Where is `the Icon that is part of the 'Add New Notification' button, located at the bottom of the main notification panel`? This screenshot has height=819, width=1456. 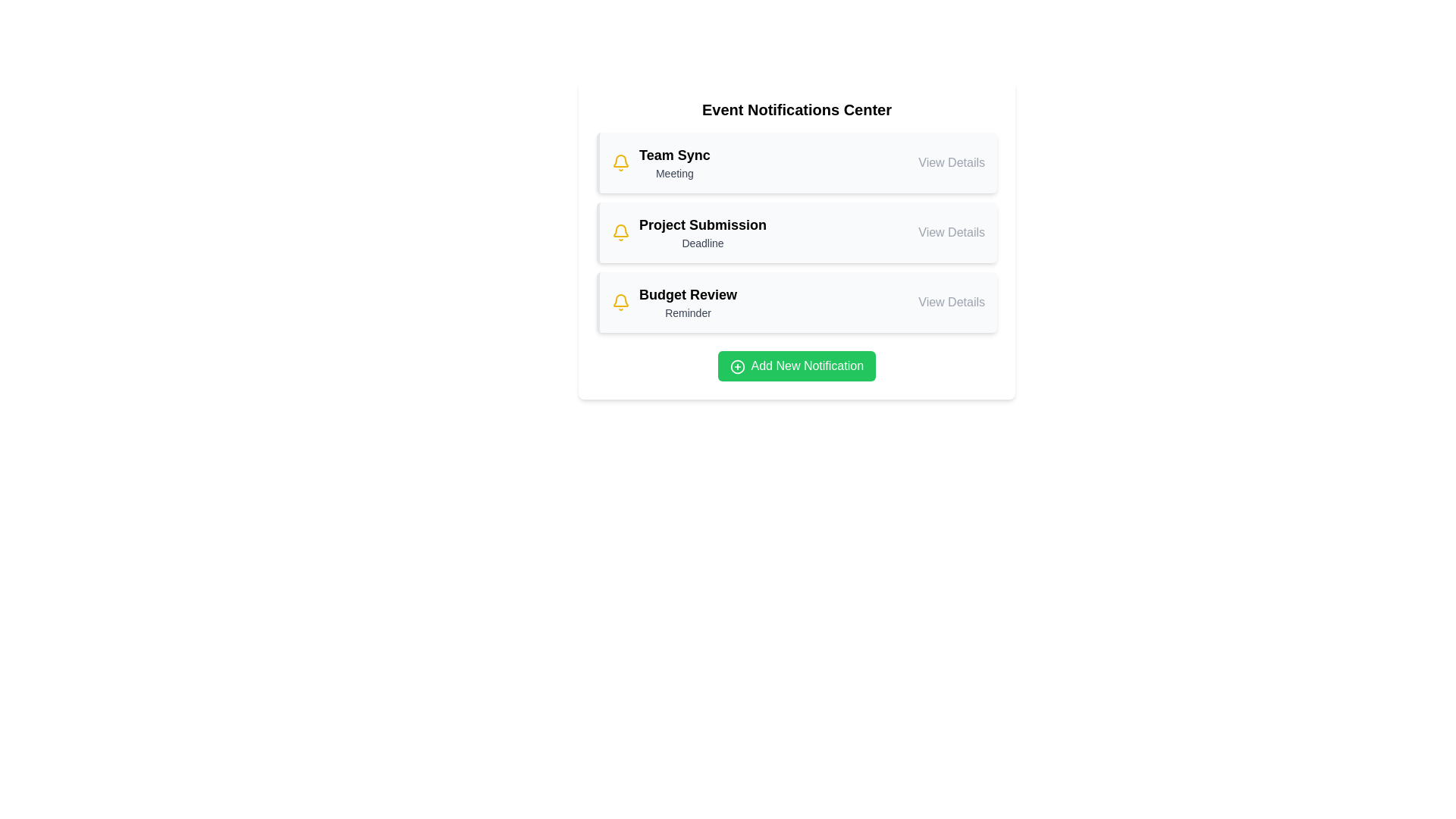
the Icon that is part of the 'Add New Notification' button, located at the bottom of the main notification panel is located at coordinates (737, 366).